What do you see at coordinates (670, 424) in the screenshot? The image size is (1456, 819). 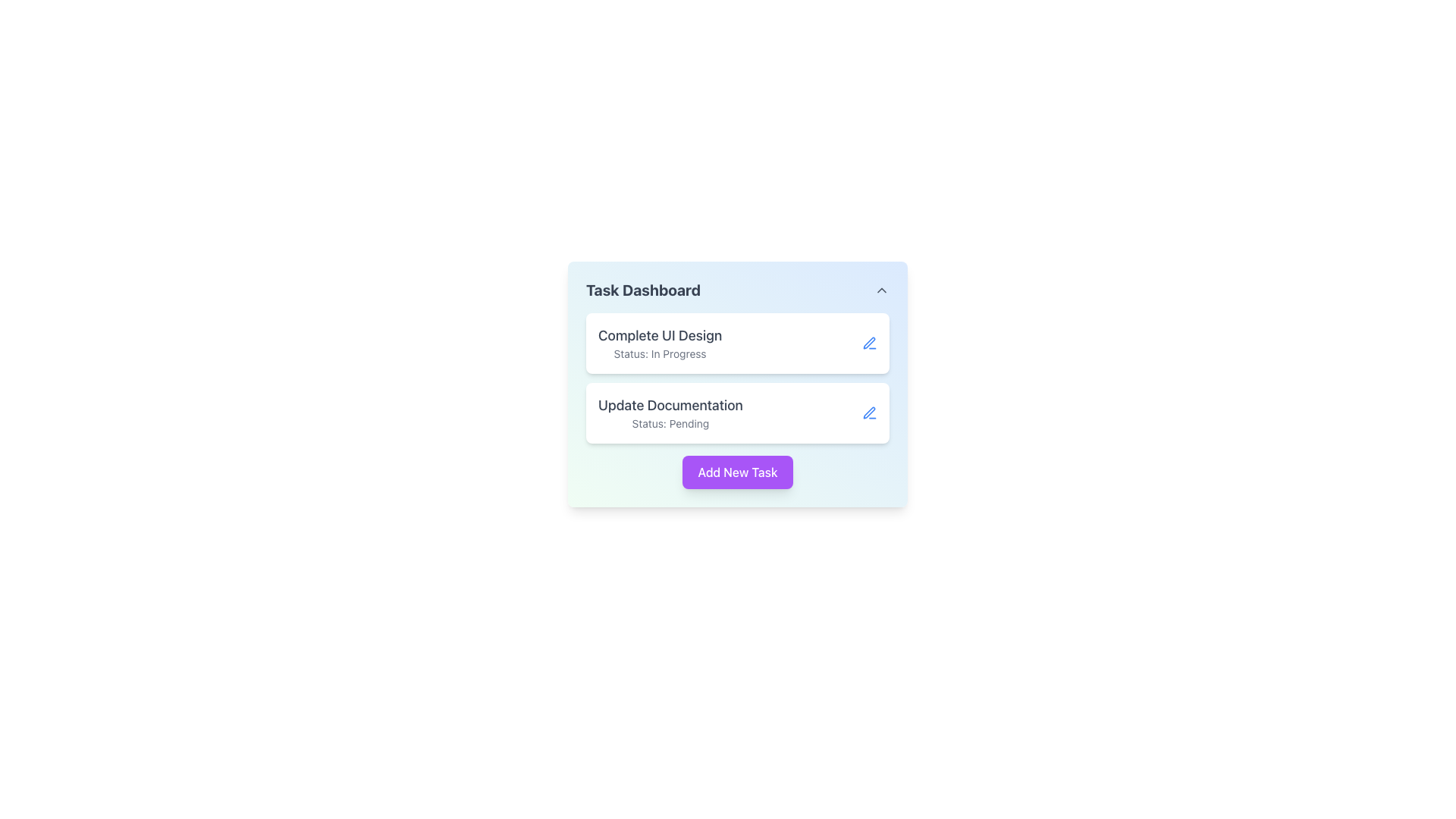 I see `the static text element that reads 'Status: Pending', which is styled in a small-sized, gray-colored font and is located directly below the header text 'Update Documentation'` at bounding box center [670, 424].